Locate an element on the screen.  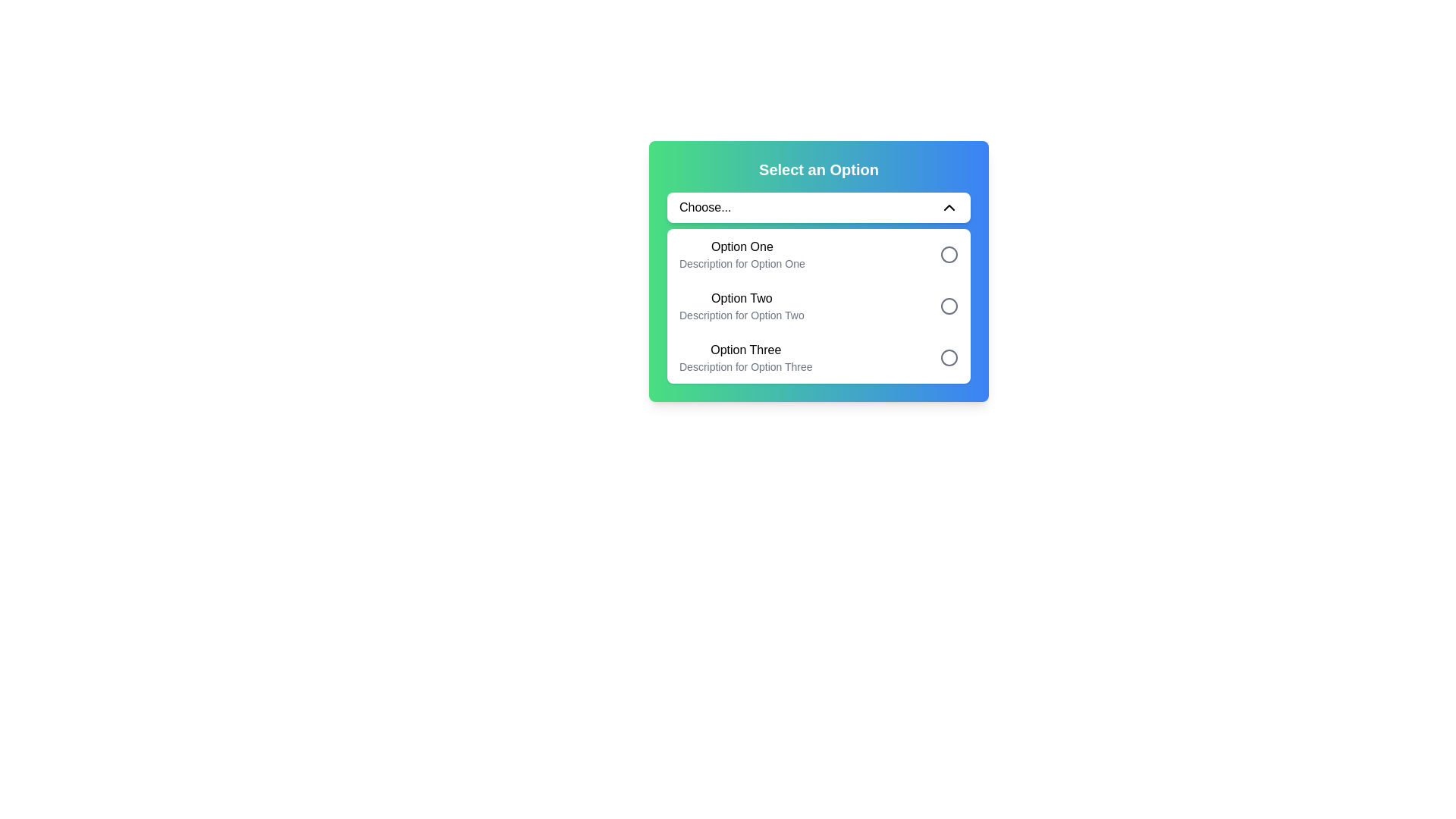
the first option item of the dropdown menu titled 'Select an Option' is located at coordinates (818, 253).